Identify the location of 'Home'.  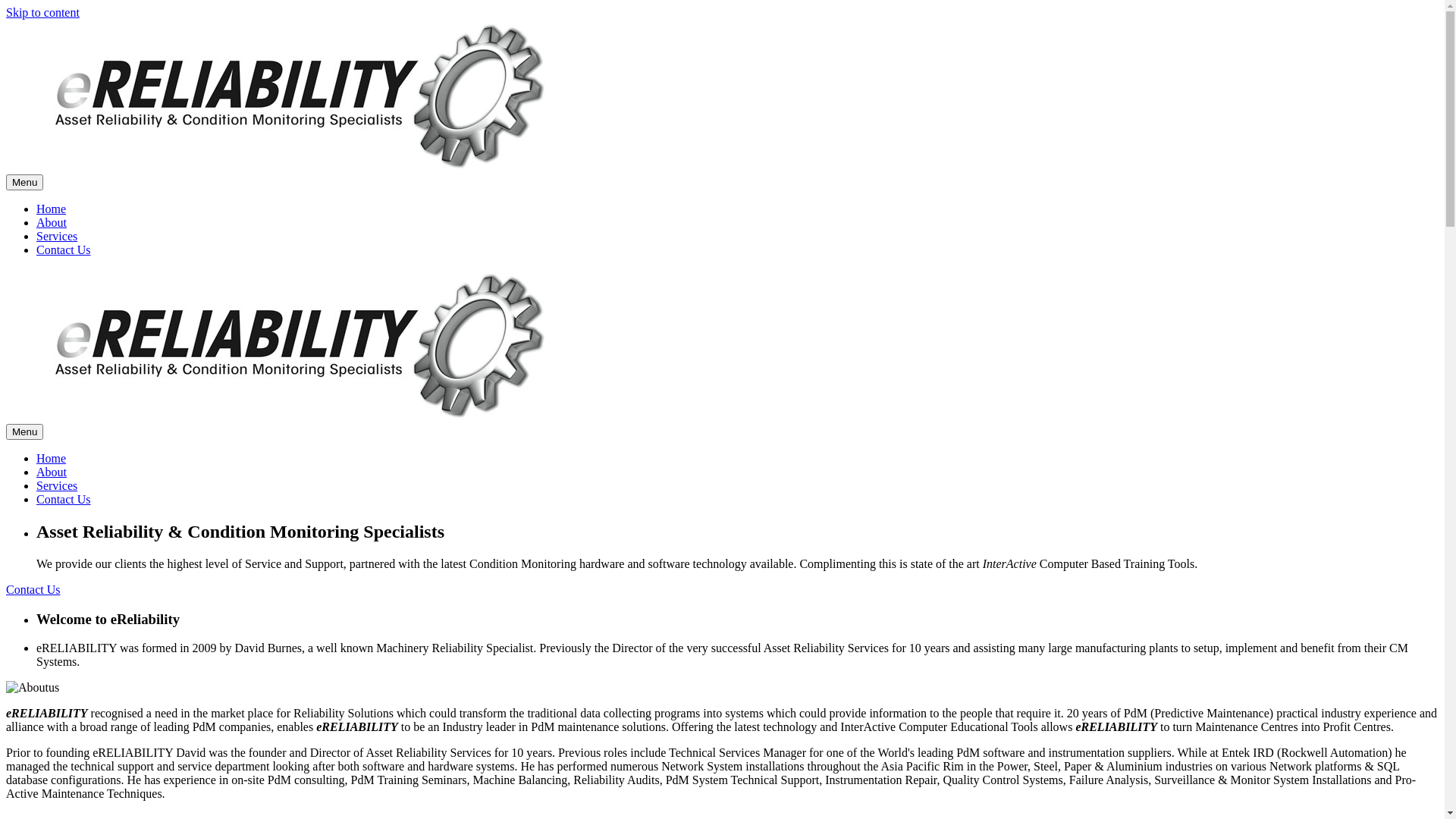
(51, 457).